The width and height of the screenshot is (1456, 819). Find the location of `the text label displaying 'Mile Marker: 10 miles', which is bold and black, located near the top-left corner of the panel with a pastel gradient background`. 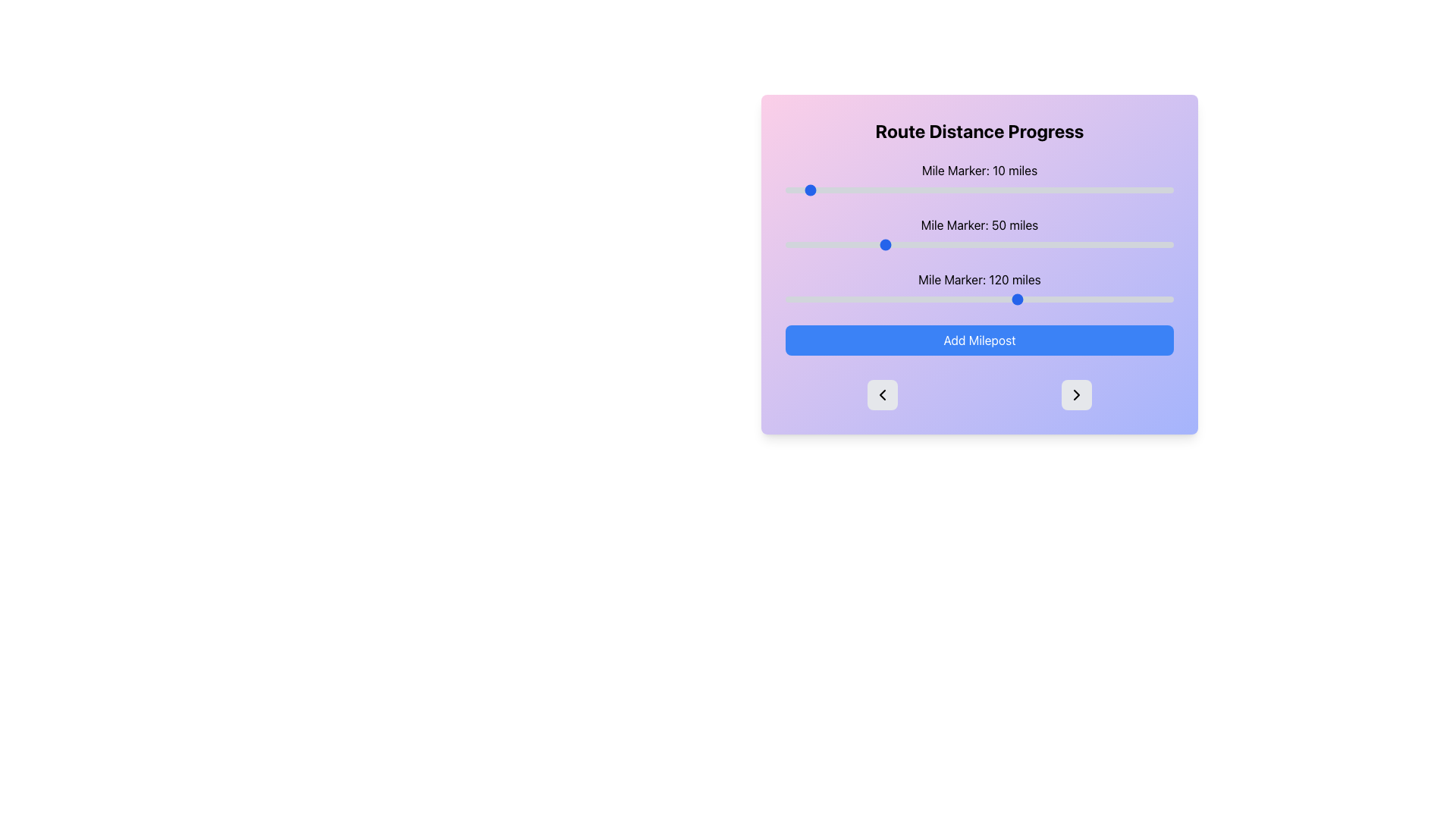

the text label displaying 'Mile Marker: 10 miles', which is bold and black, located near the top-left corner of the panel with a pastel gradient background is located at coordinates (979, 170).